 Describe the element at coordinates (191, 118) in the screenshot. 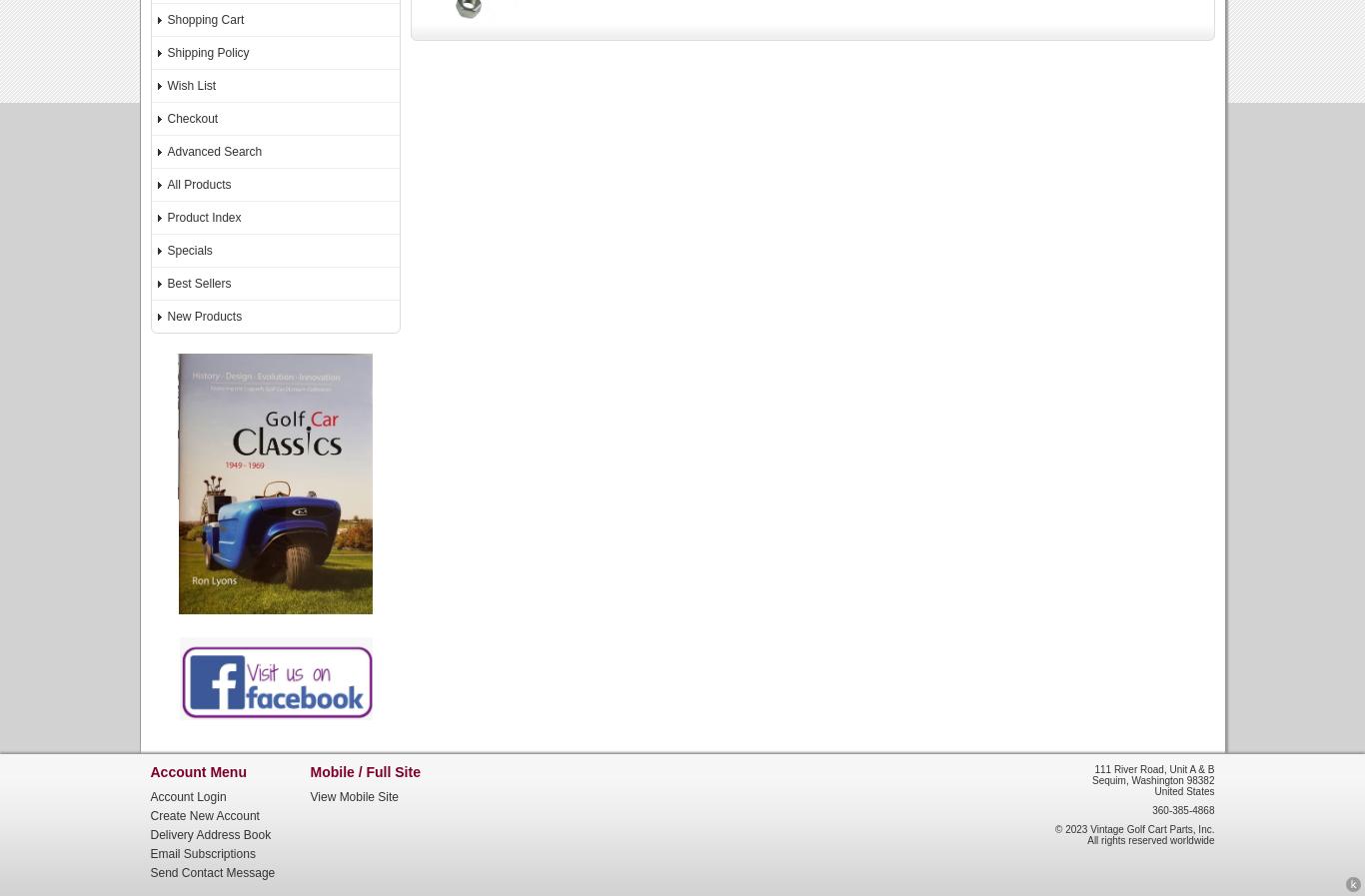

I see `'Checkout'` at that location.